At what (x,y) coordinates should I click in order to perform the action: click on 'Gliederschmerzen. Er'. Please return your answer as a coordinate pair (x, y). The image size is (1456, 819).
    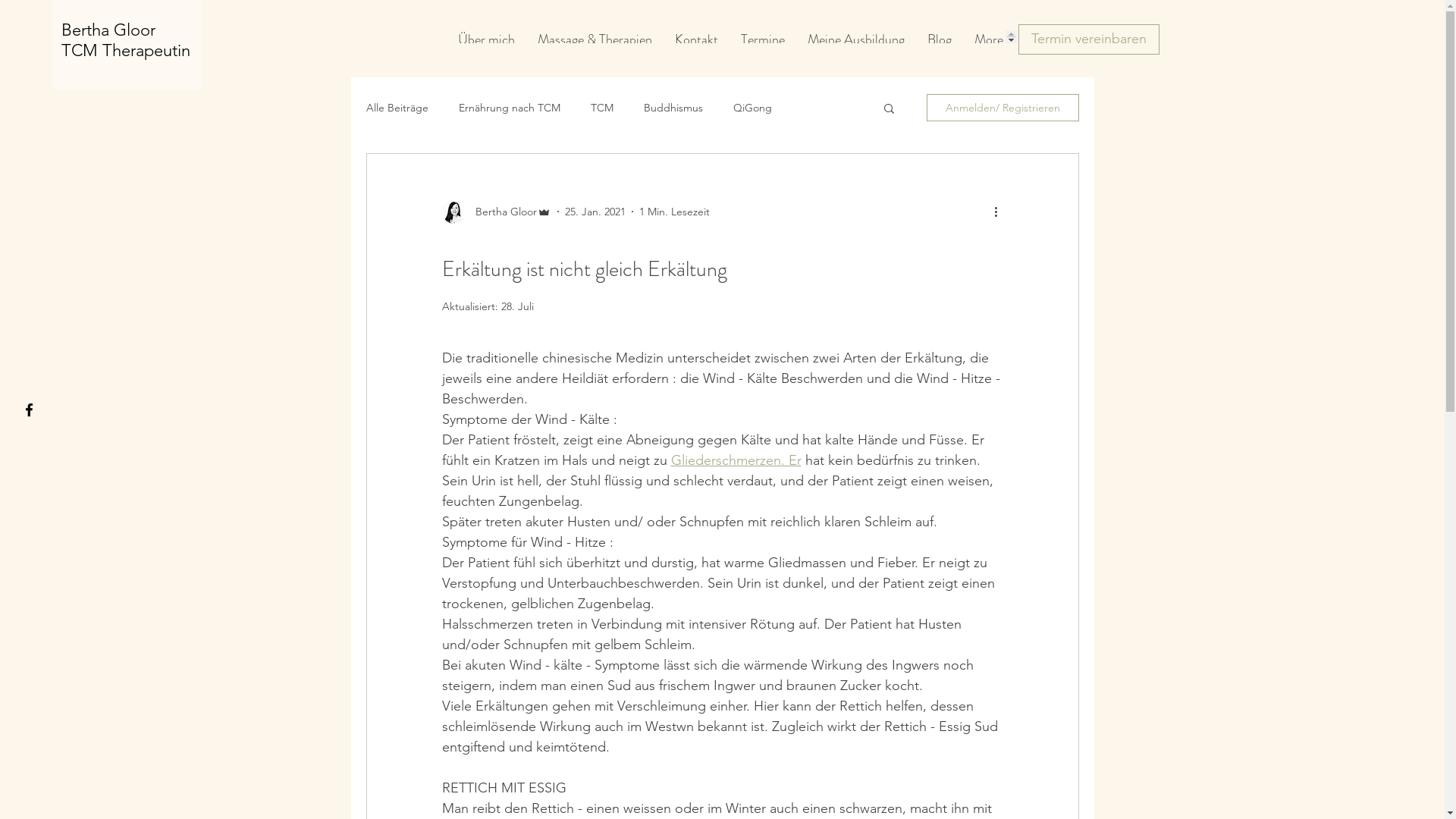
    Looking at the image, I should click on (669, 459).